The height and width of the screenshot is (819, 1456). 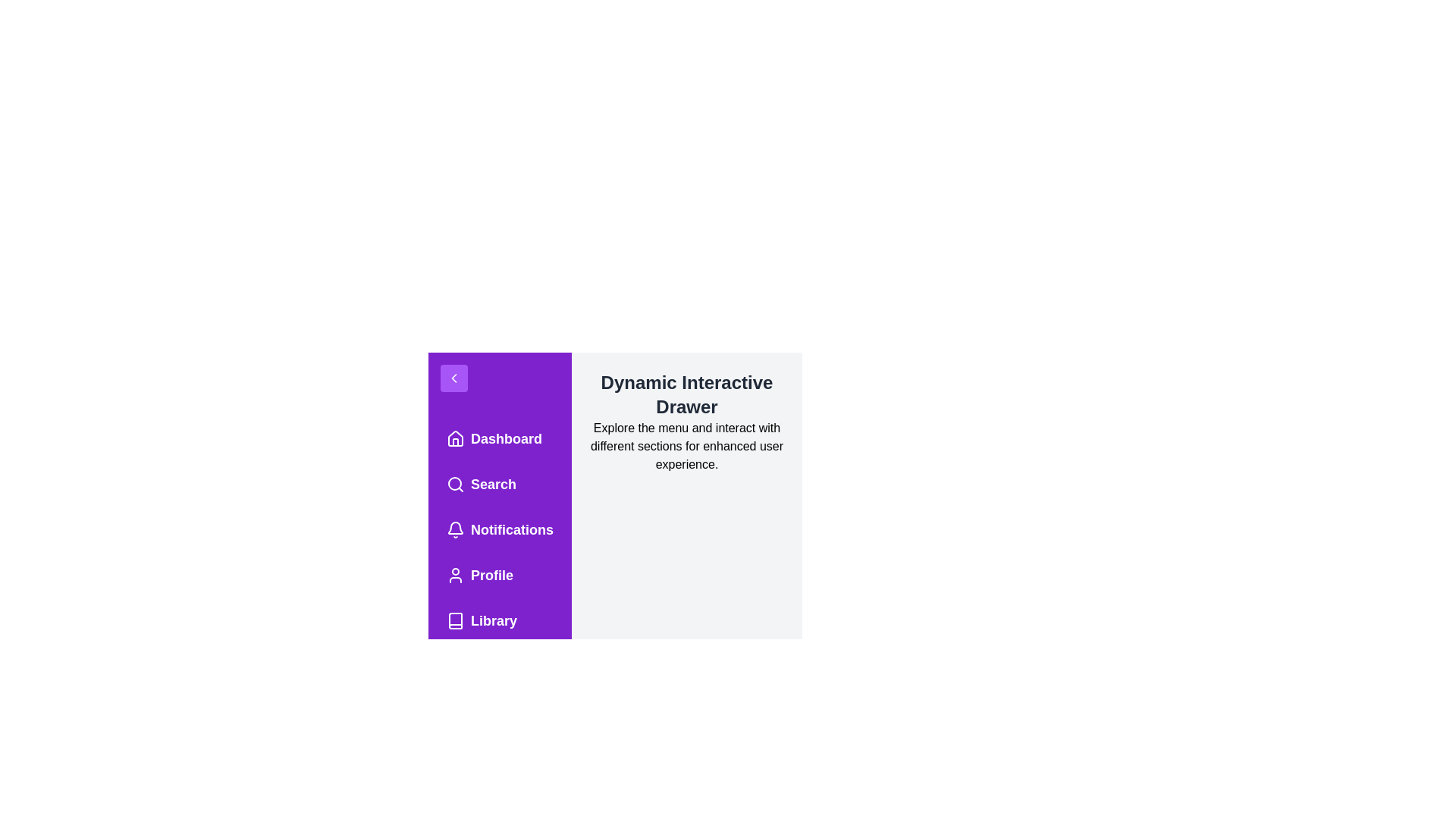 I want to click on the menu item labeled Profile, so click(x=500, y=576).